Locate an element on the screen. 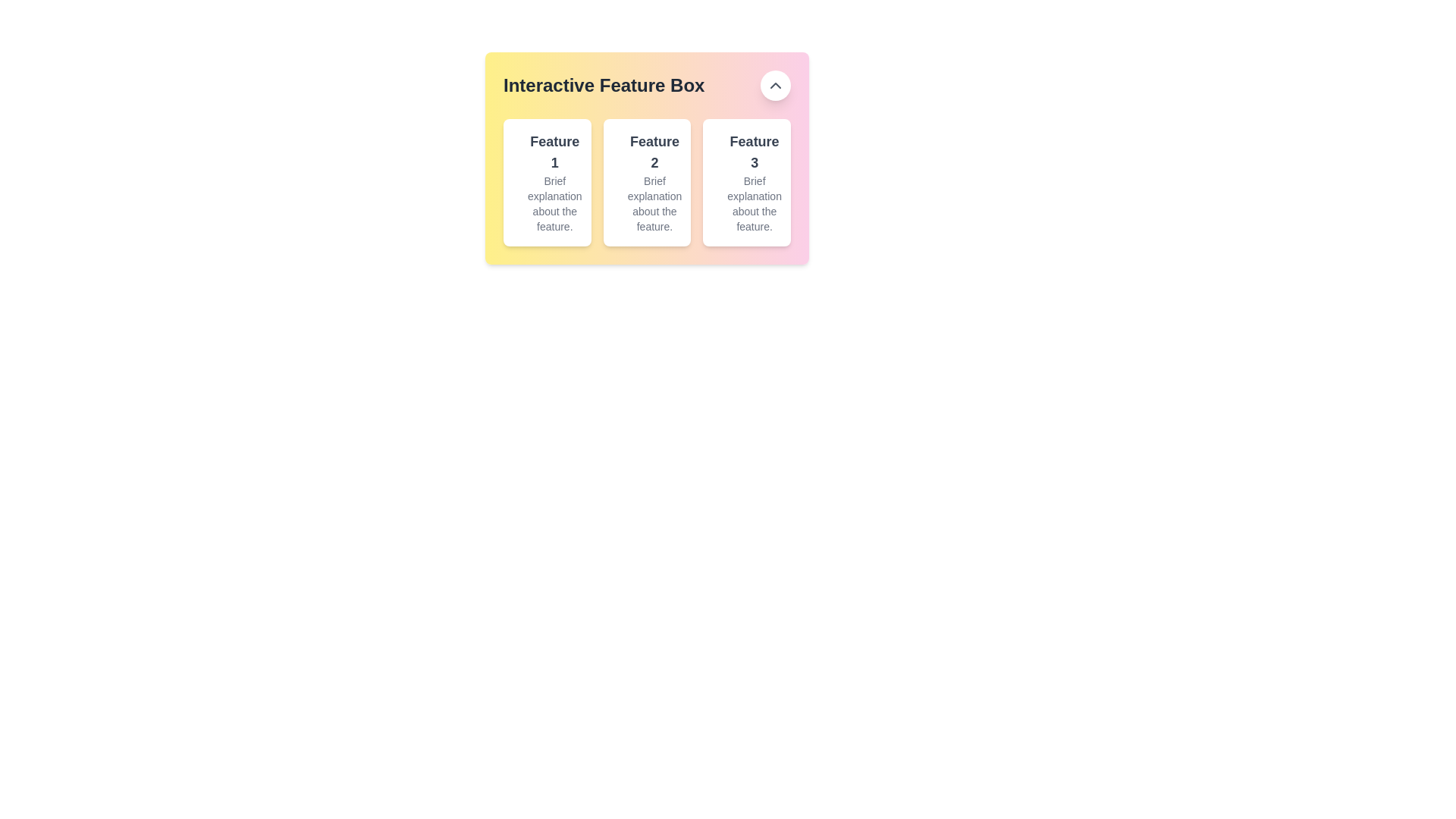 This screenshot has width=1456, height=819. the button located in the top-right corner of the 'Interactive Feature Box' to observe its hover effect is located at coordinates (775, 85).